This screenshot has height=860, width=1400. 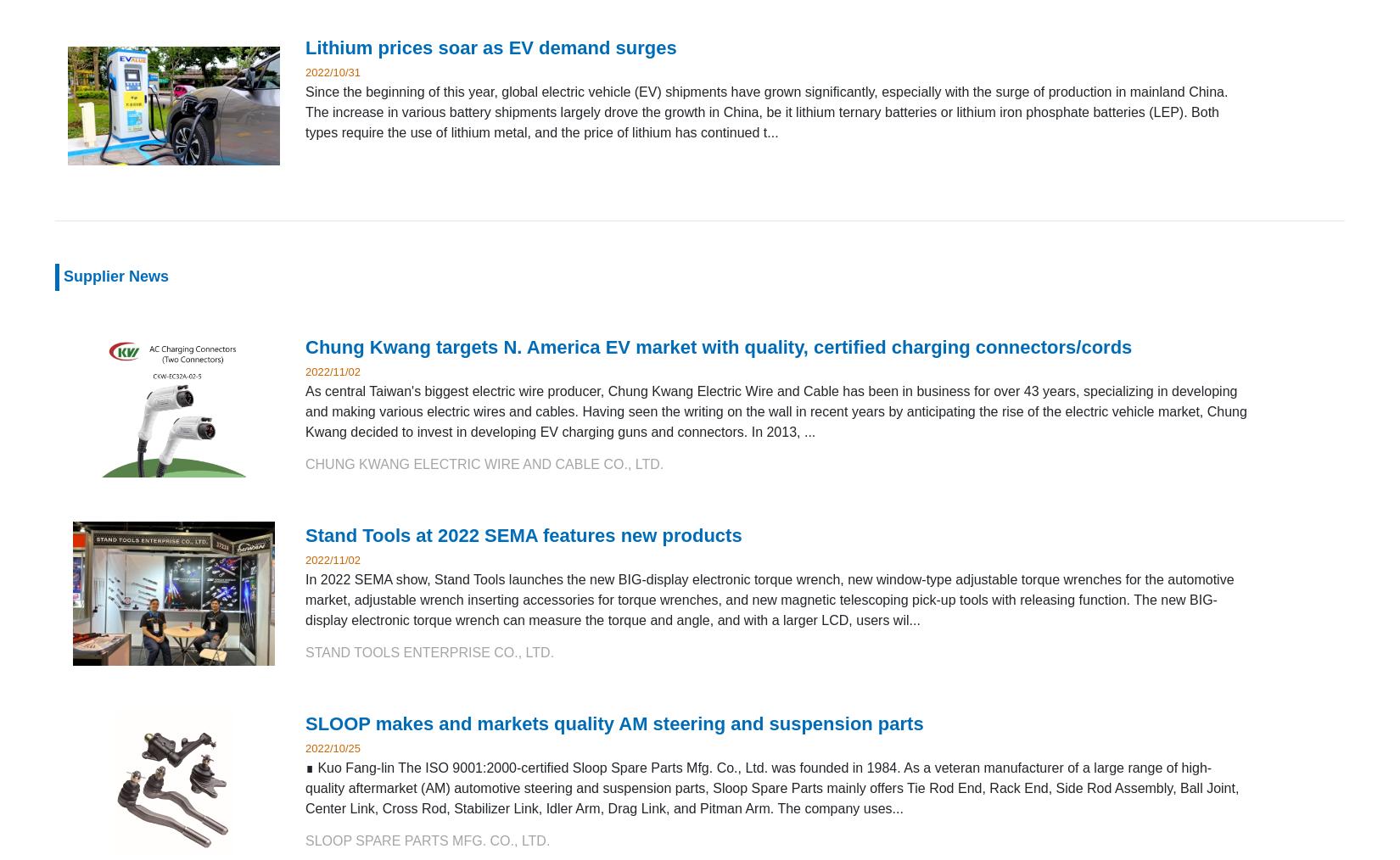 What do you see at coordinates (718, 345) in the screenshot?
I see `'Chung Kwang targets N. America EV market with quality, certified charging connectors/cords'` at bounding box center [718, 345].